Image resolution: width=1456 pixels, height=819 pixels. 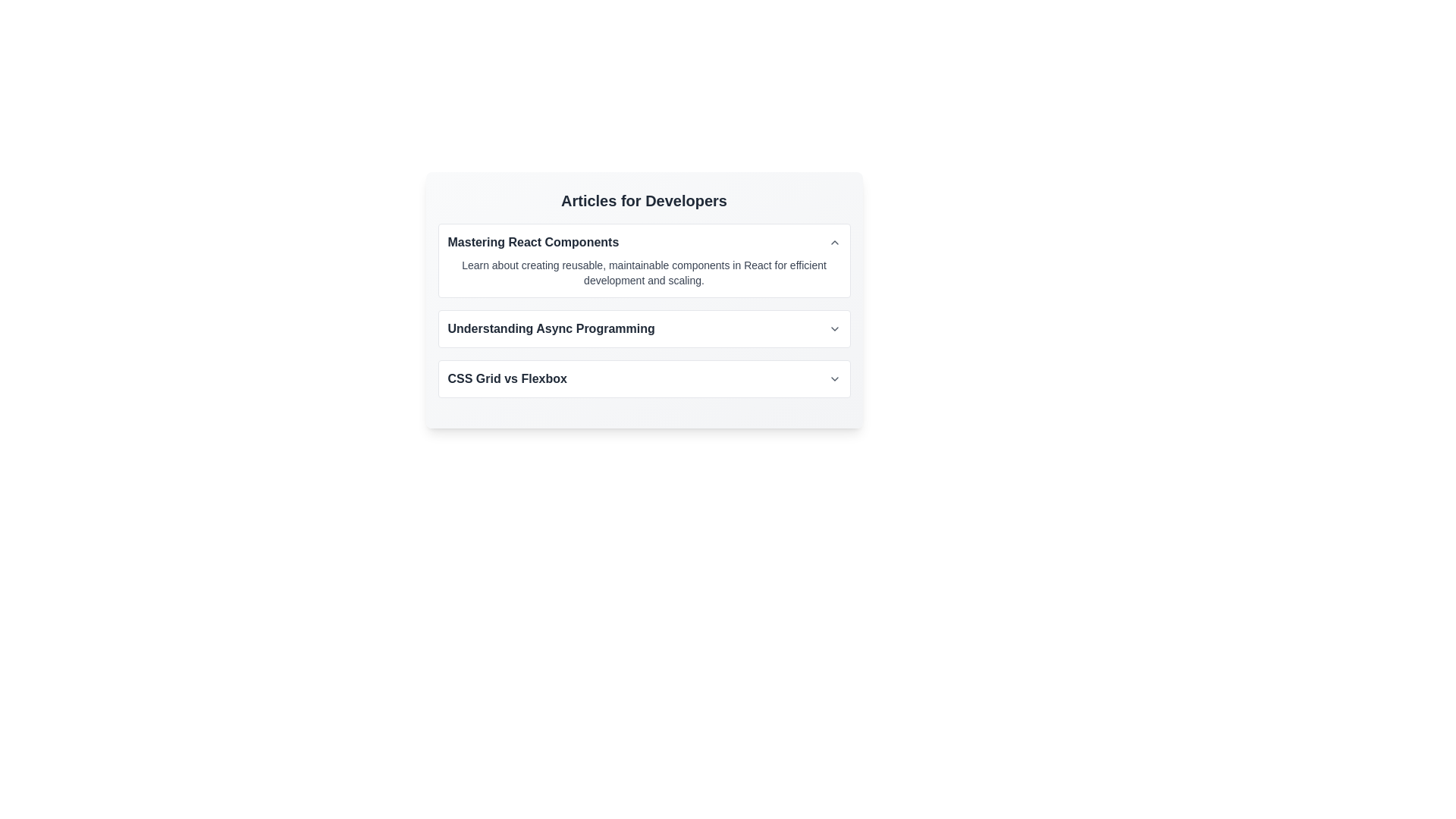 I want to click on the Collapsible Header titled 'Understanding Async Programming', so click(x=644, y=328).